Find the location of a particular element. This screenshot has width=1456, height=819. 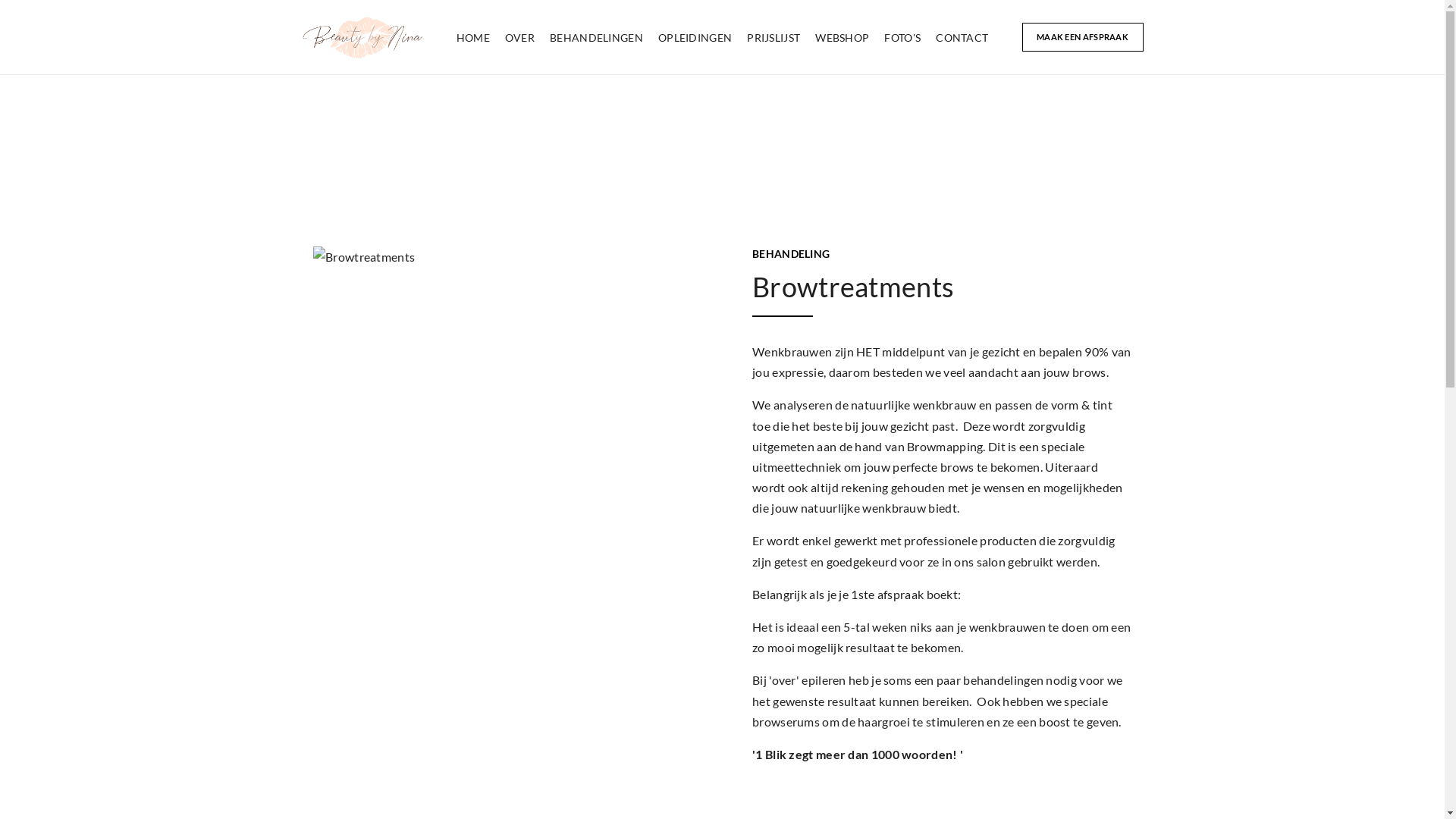

'CONTACT' is located at coordinates (961, 36).